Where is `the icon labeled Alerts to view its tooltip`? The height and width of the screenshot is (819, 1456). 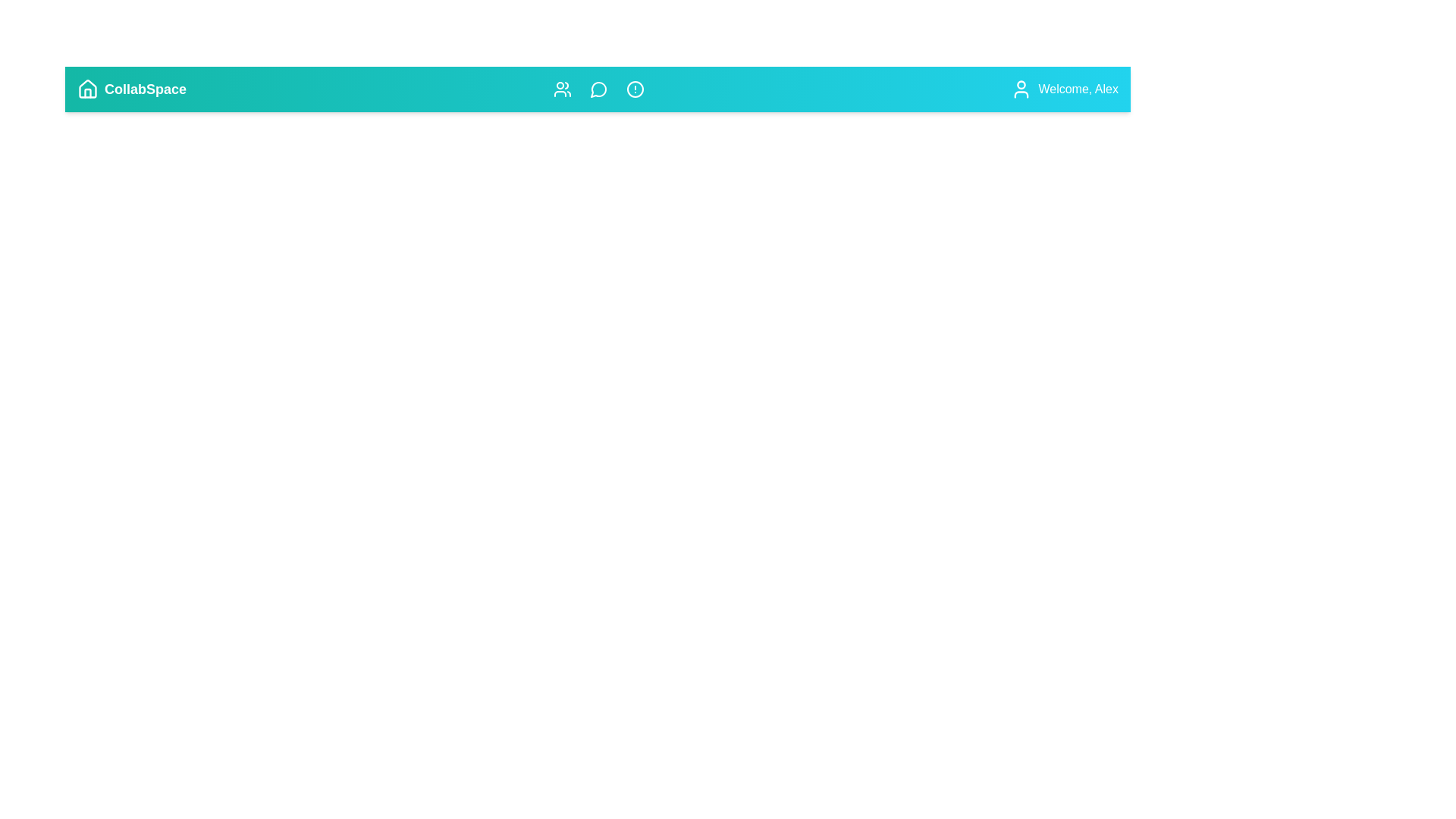
the icon labeled Alerts to view its tooltip is located at coordinates (635, 89).